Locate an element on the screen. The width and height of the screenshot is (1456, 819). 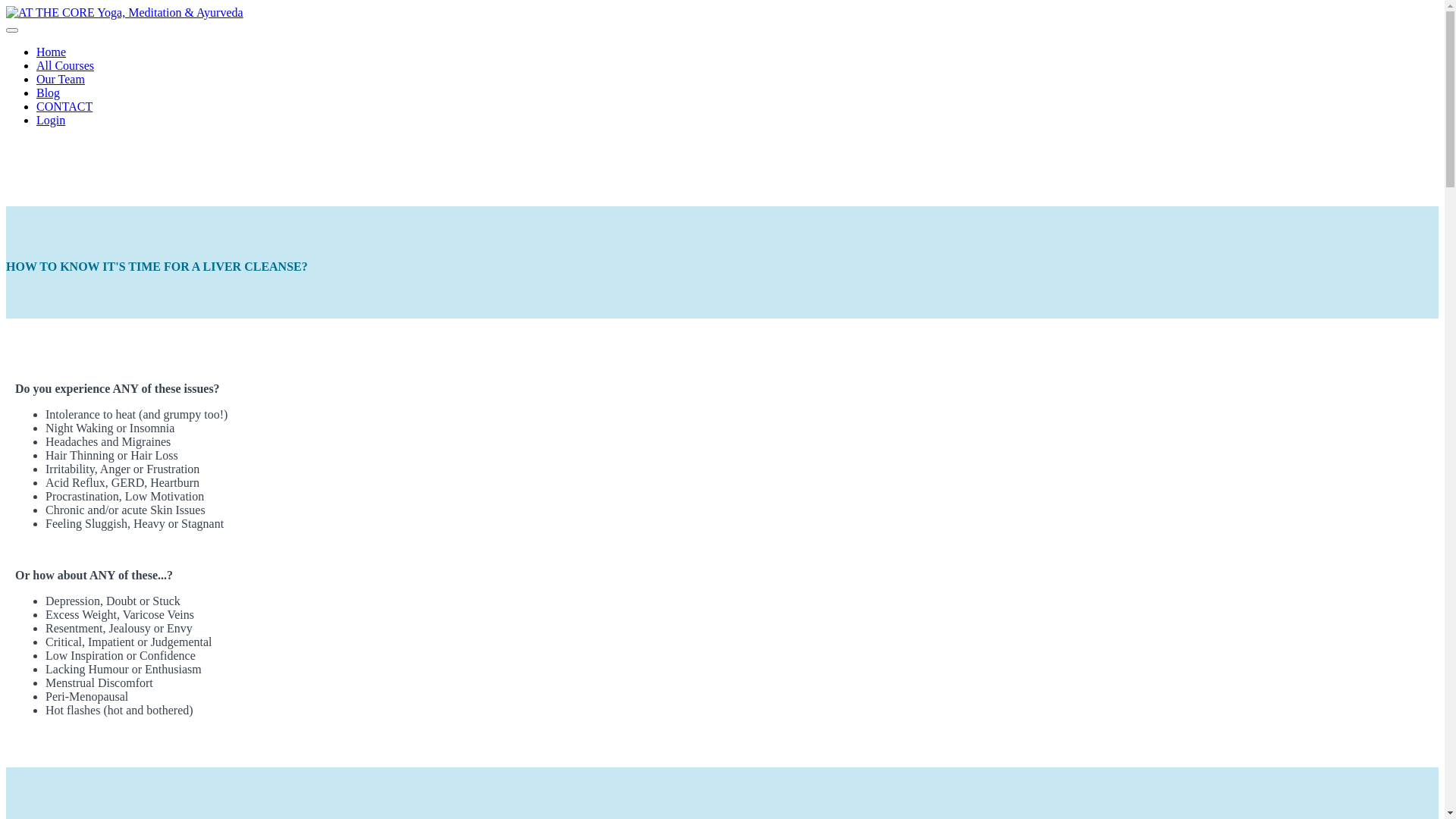
'Home' is located at coordinates (51, 51).